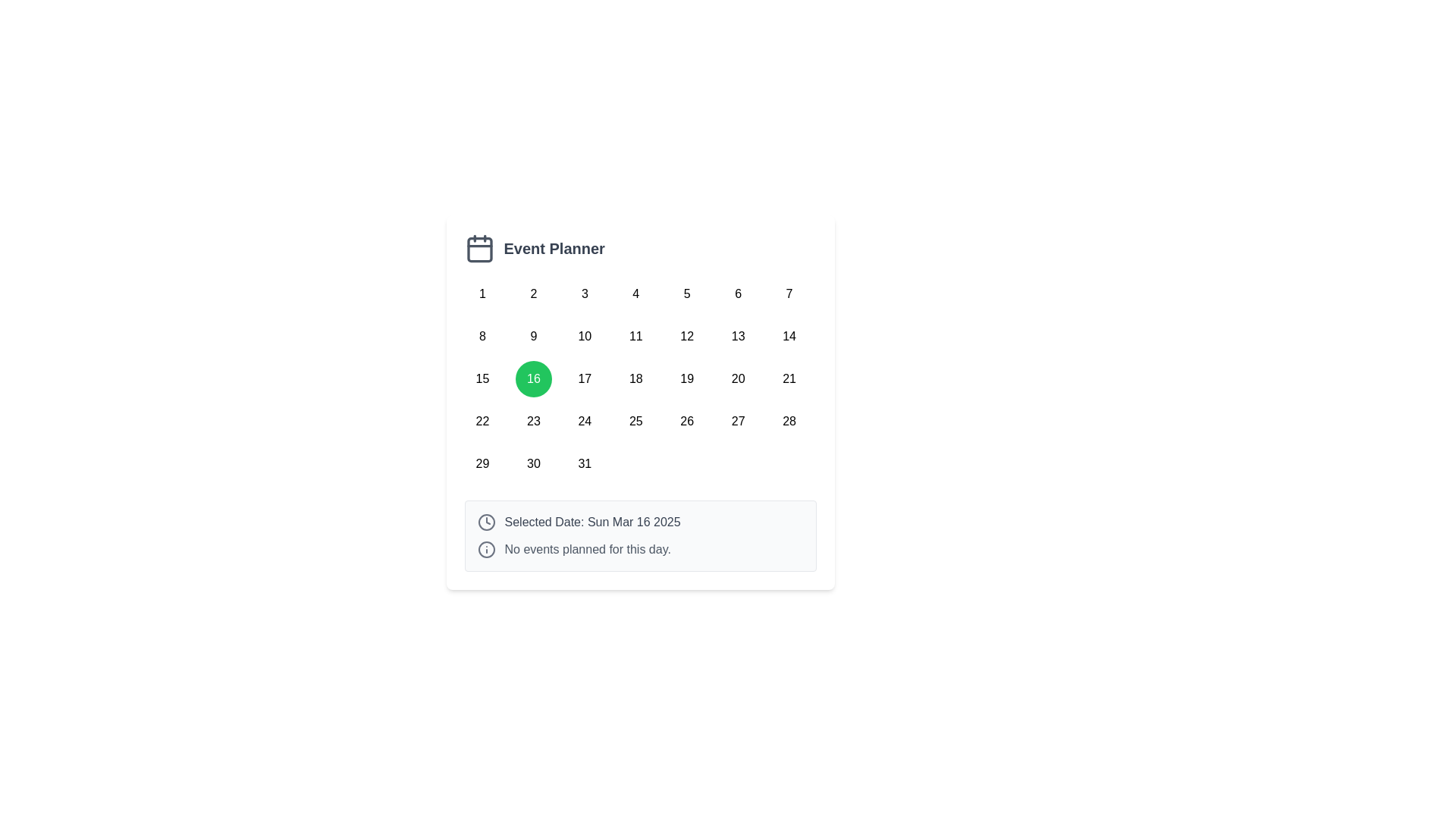 The image size is (1456, 819). Describe the element at coordinates (486, 550) in the screenshot. I see `the informational icon styled as an outlined circle with a vertical line at the center, located to the left of the text 'No events planned for this day.' in the lower part of the calendar interface` at that location.